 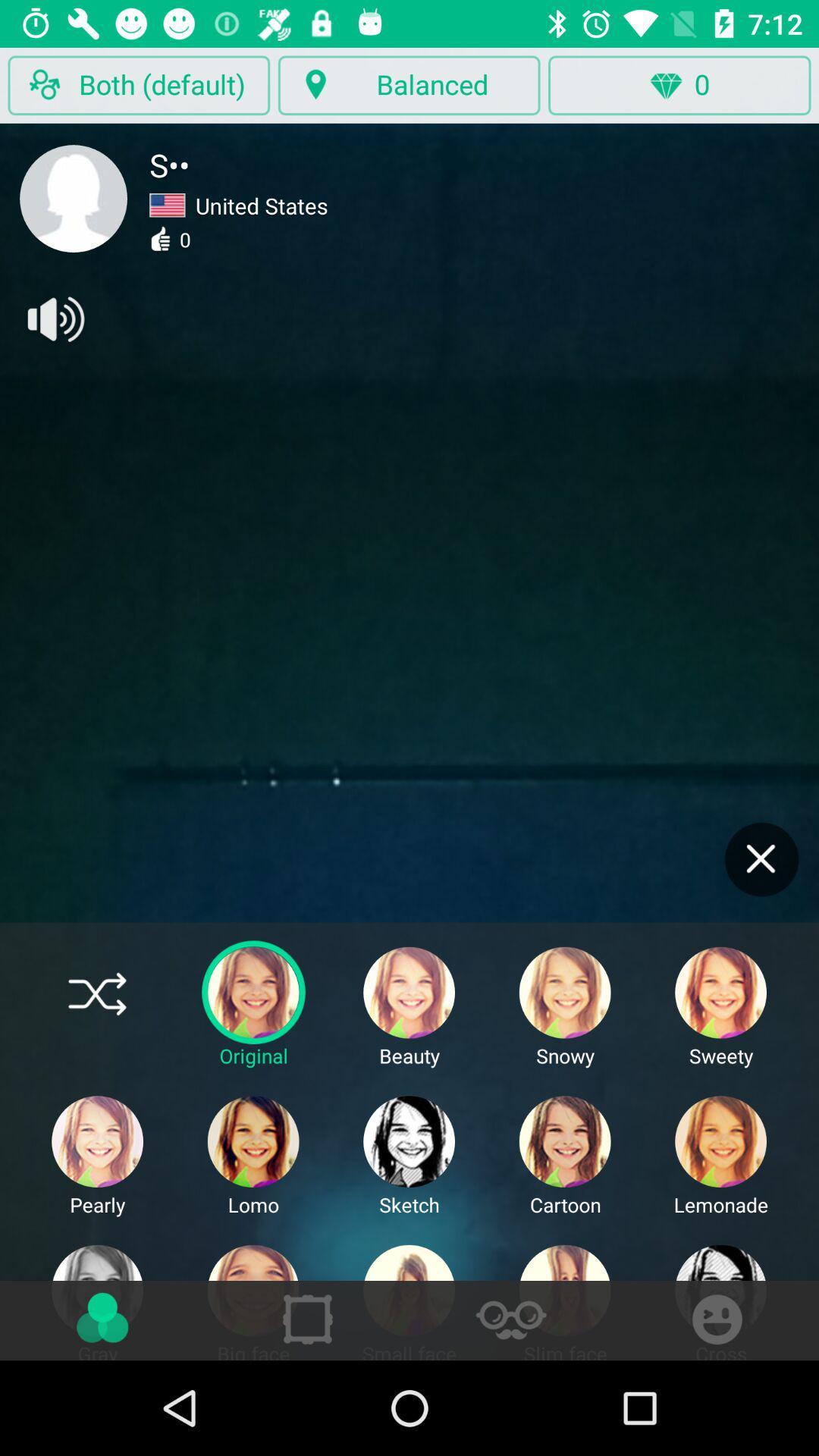 What do you see at coordinates (761, 859) in the screenshot?
I see `the close icon` at bounding box center [761, 859].